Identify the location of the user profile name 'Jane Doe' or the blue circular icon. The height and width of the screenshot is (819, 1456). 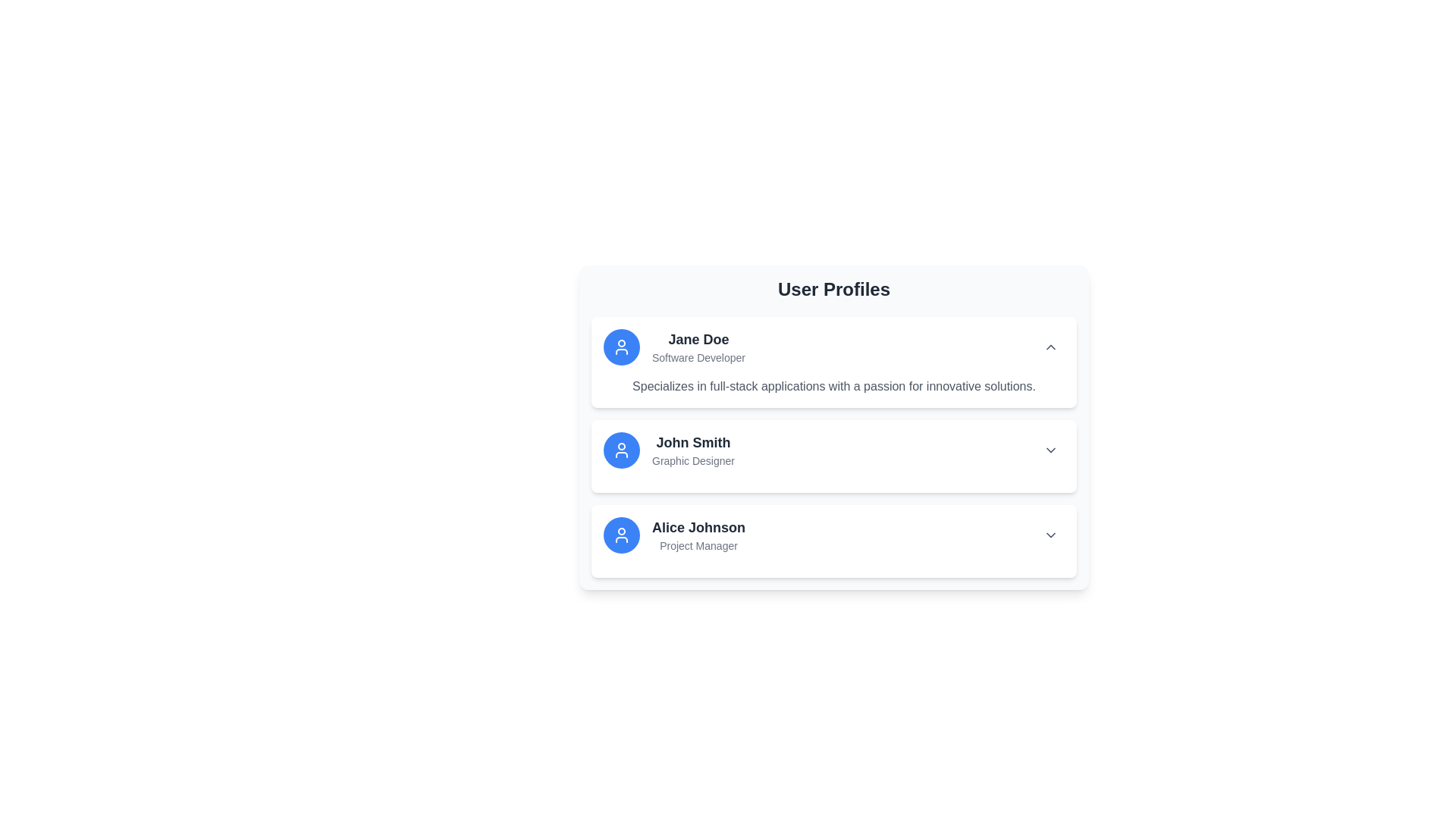
(673, 347).